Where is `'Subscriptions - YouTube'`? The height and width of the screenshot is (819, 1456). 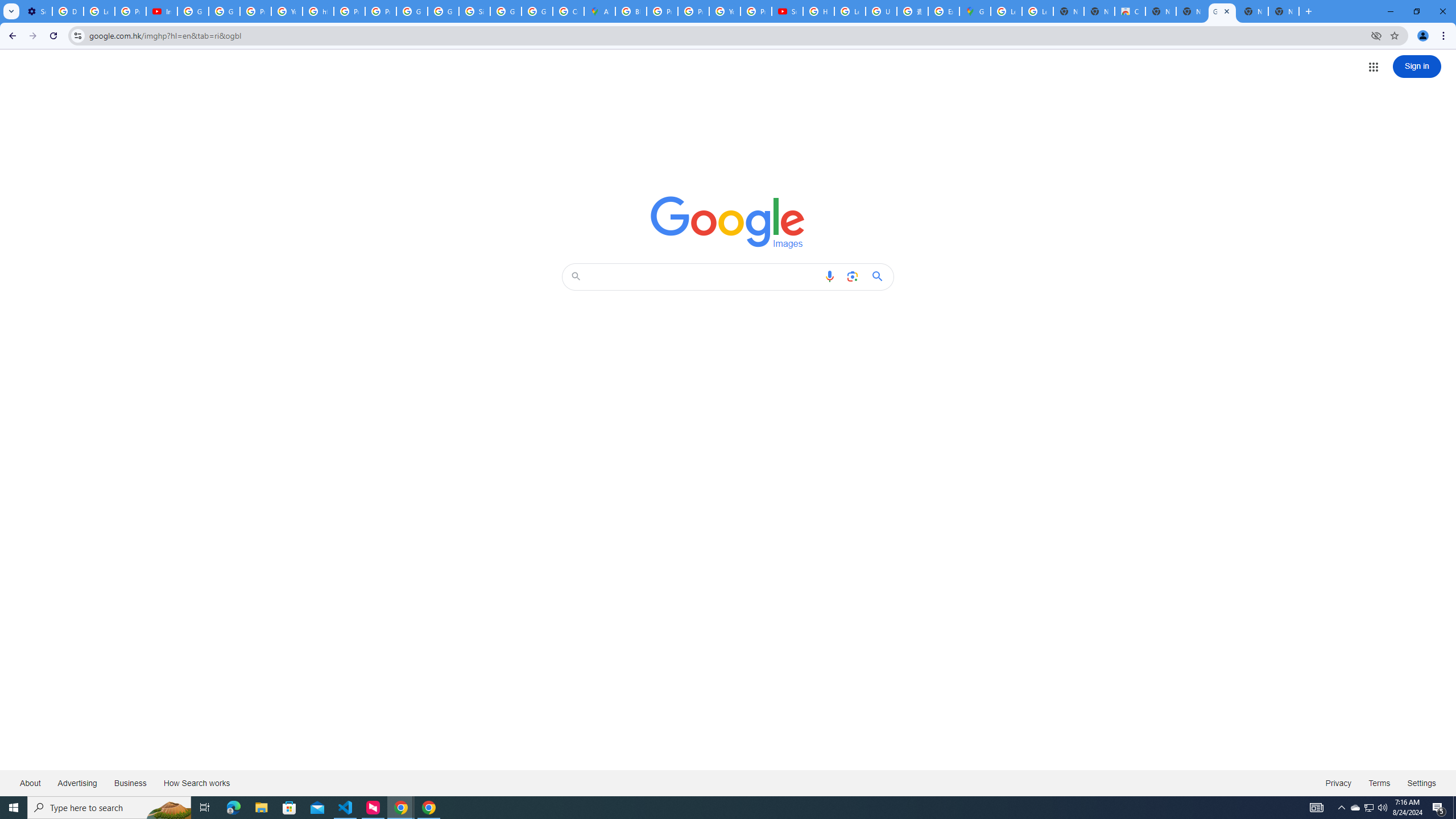
'Subscriptions - YouTube' is located at coordinates (787, 11).